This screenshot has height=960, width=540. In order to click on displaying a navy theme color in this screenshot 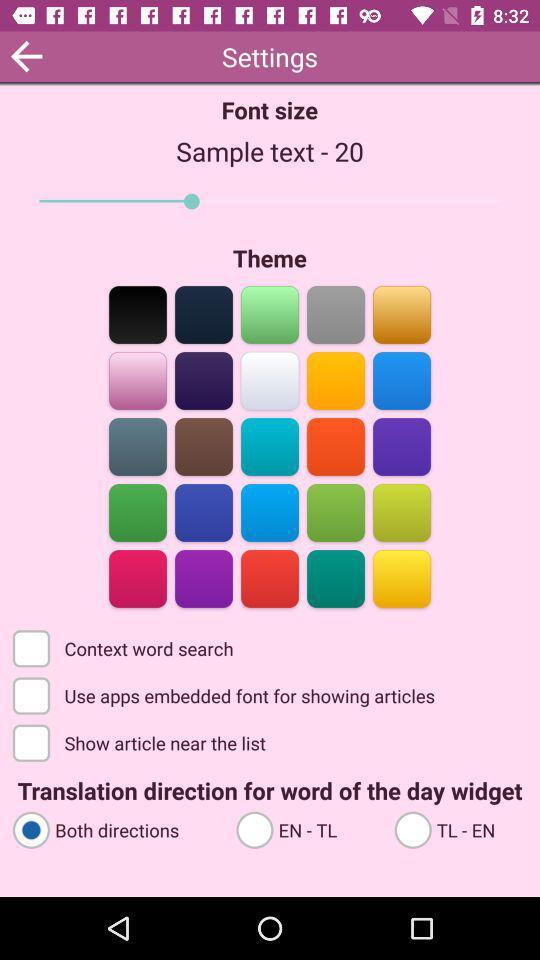, I will do `click(203, 313)`.